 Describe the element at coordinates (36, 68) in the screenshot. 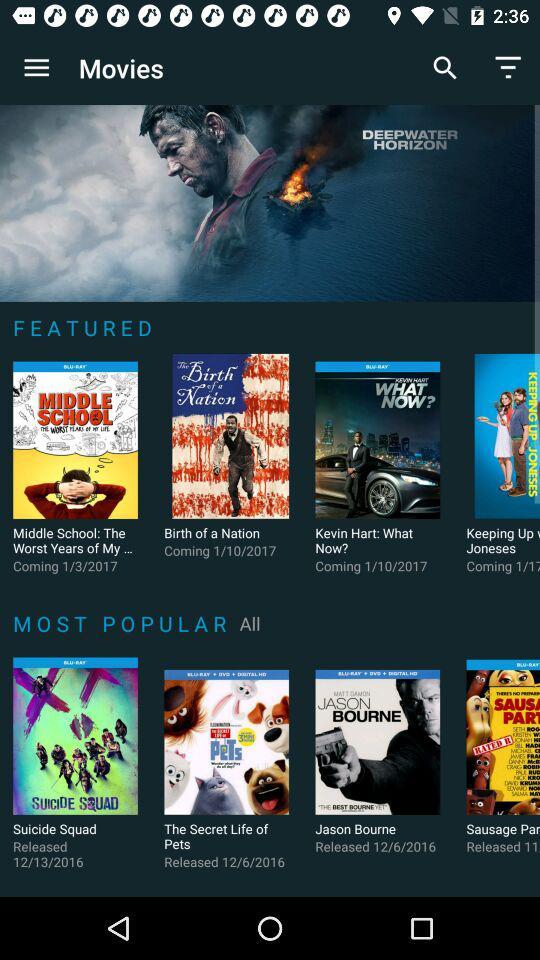

I see `the icon next to the movies` at that location.